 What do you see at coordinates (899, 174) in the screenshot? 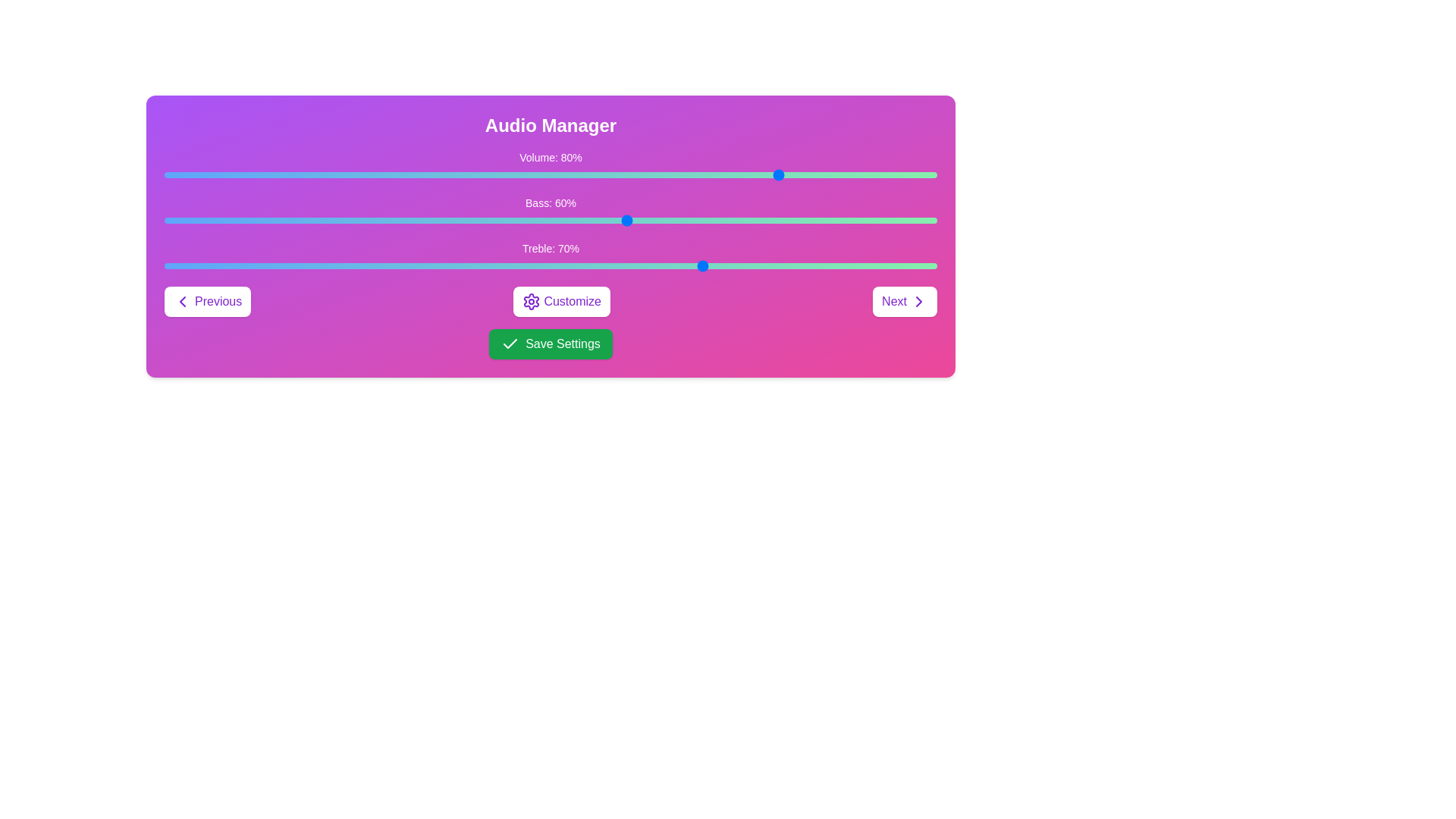
I see `the slider value` at bounding box center [899, 174].